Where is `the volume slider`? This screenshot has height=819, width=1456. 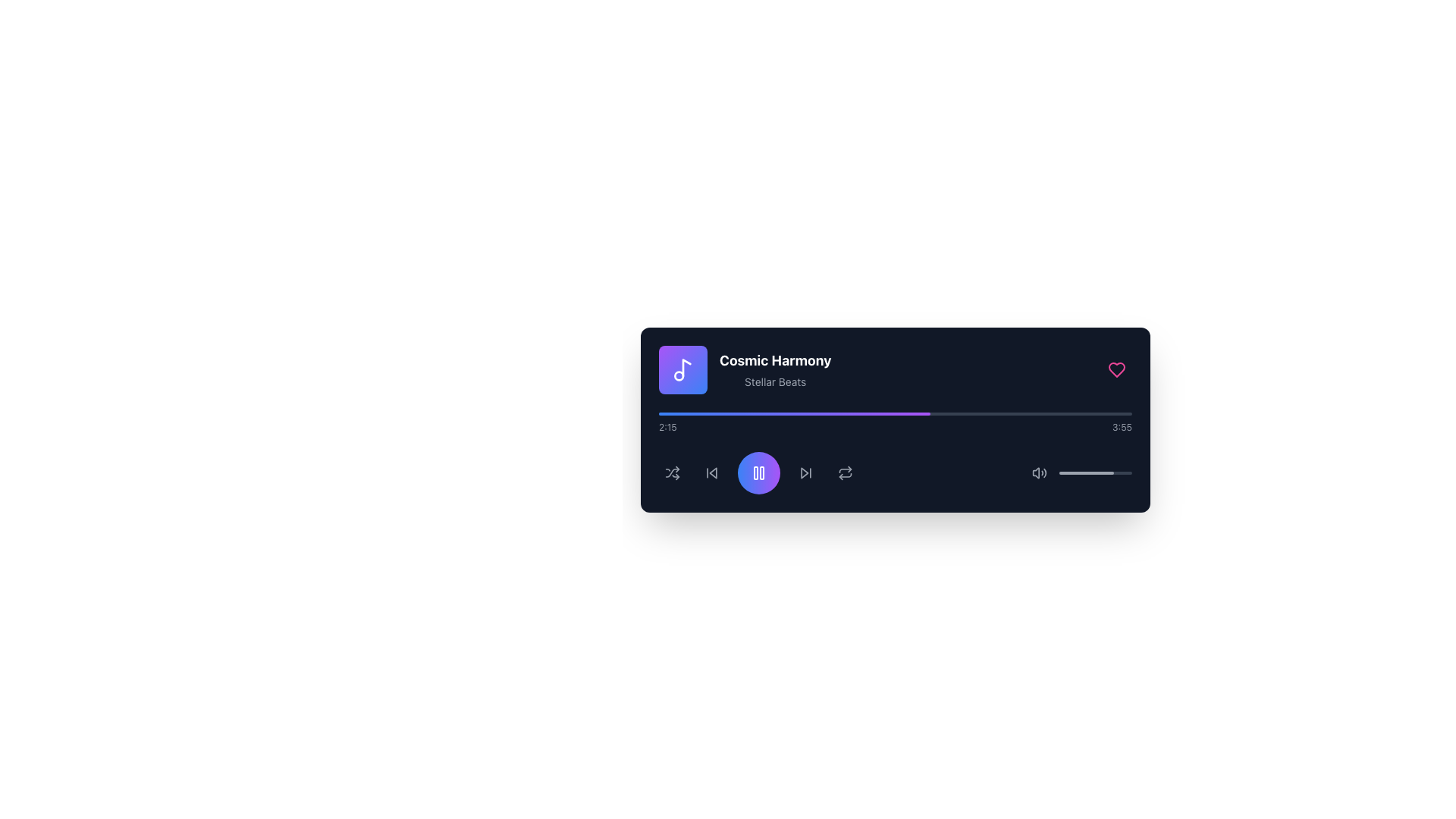
the volume slider is located at coordinates (1090, 472).